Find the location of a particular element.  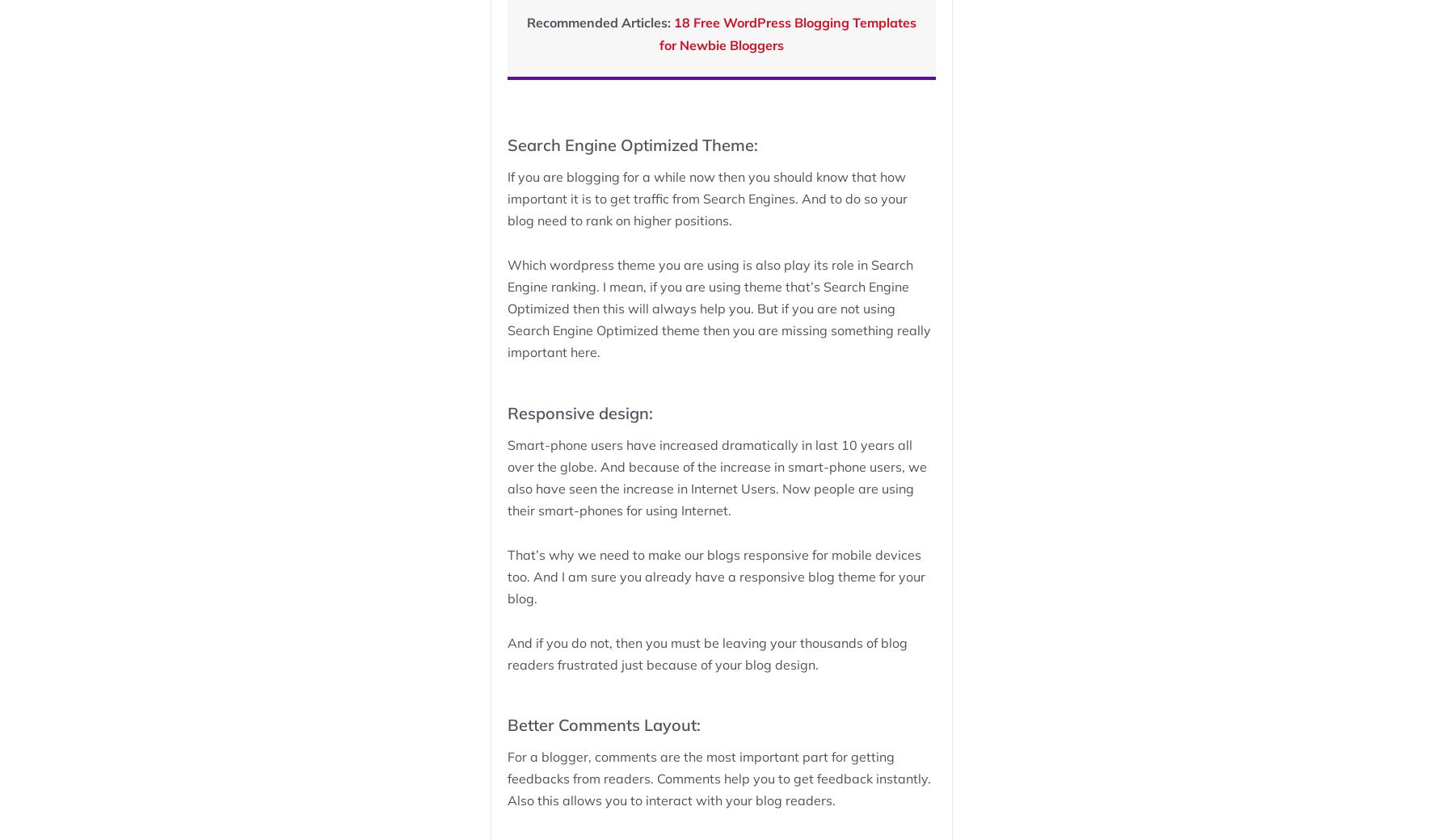

'Recommended Articles:' is located at coordinates (599, 21).